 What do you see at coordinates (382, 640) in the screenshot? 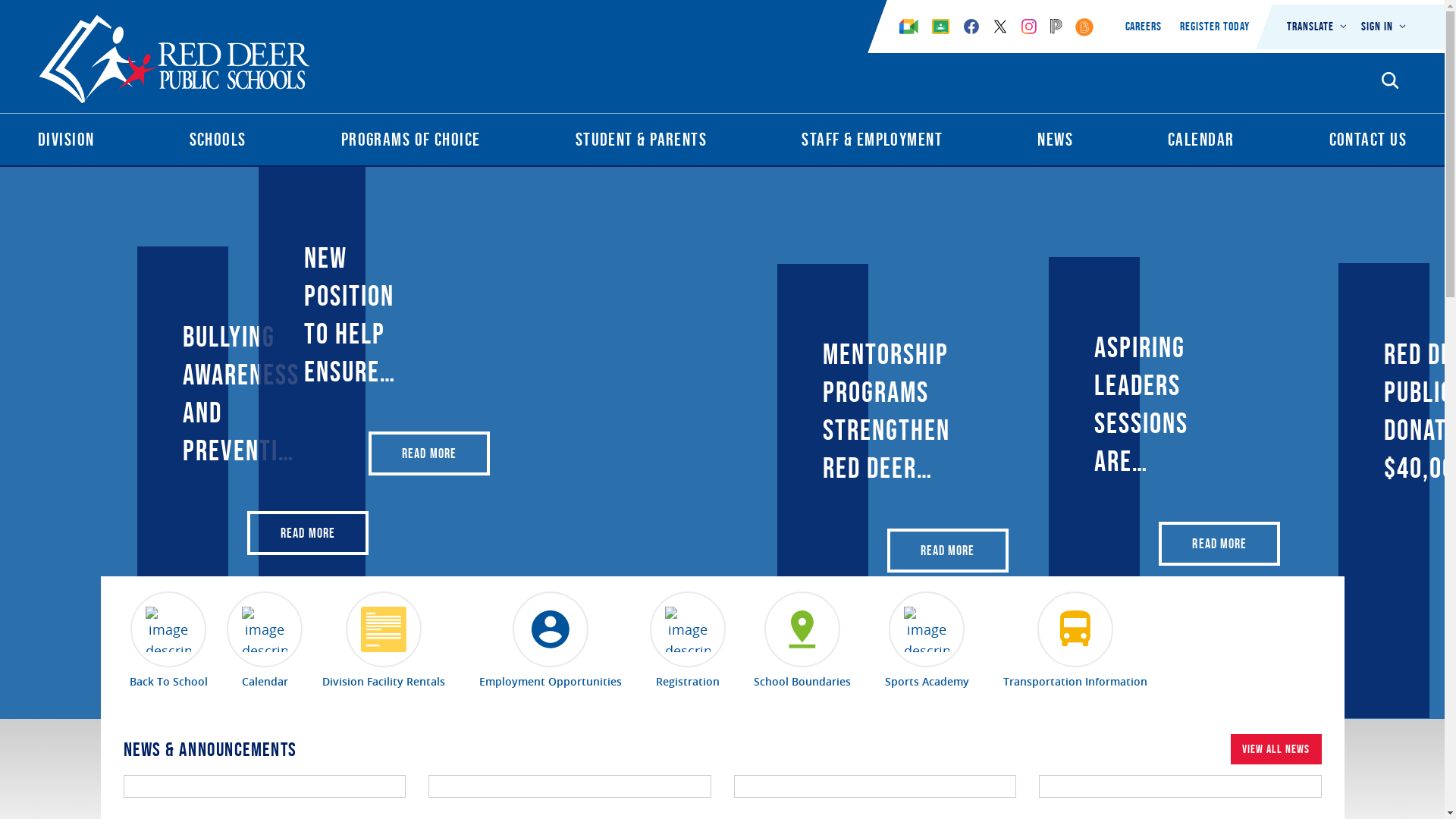
I see `'Division Facility Rentals'` at bounding box center [382, 640].